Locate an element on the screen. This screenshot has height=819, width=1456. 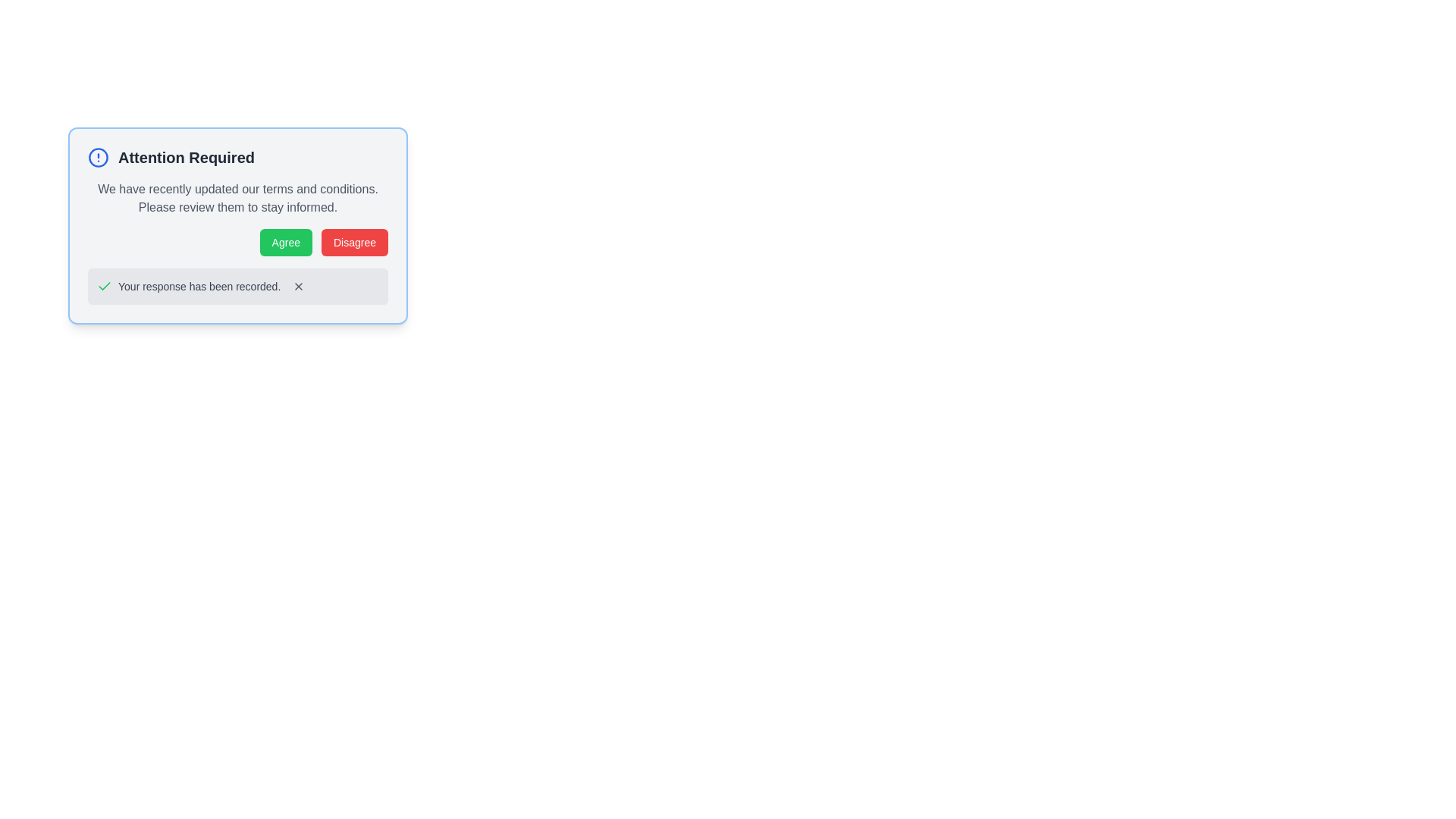
the close button located at the right end of the notification box labeled 'Your response has been recorded' is located at coordinates (298, 287).